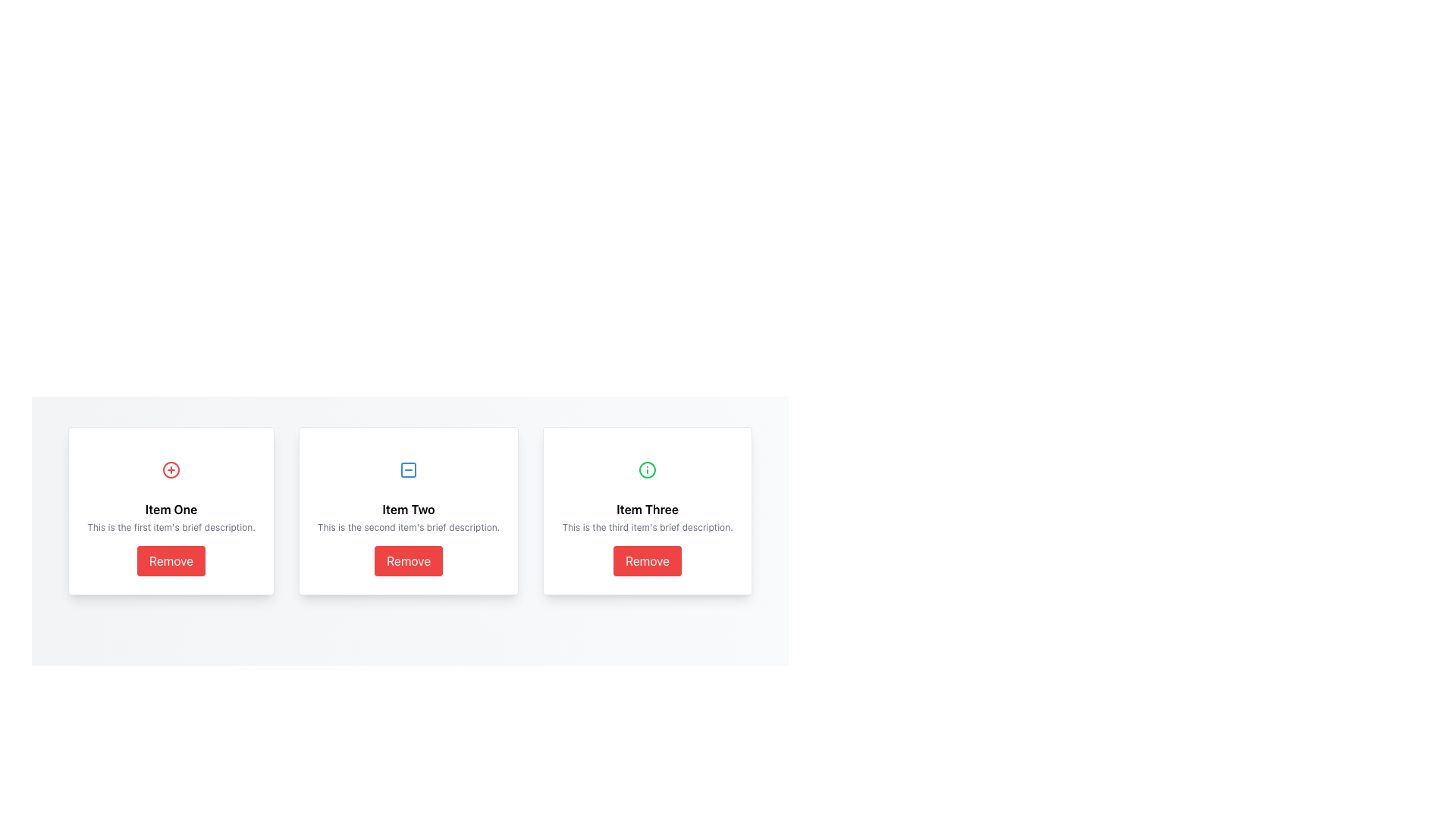 Image resolution: width=1456 pixels, height=819 pixels. Describe the element at coordinates (171, 469) in the screenshot. I see `the emblem icon located at the top portion of the 'Item One' card, which indicates addition or a positive action` at that location.